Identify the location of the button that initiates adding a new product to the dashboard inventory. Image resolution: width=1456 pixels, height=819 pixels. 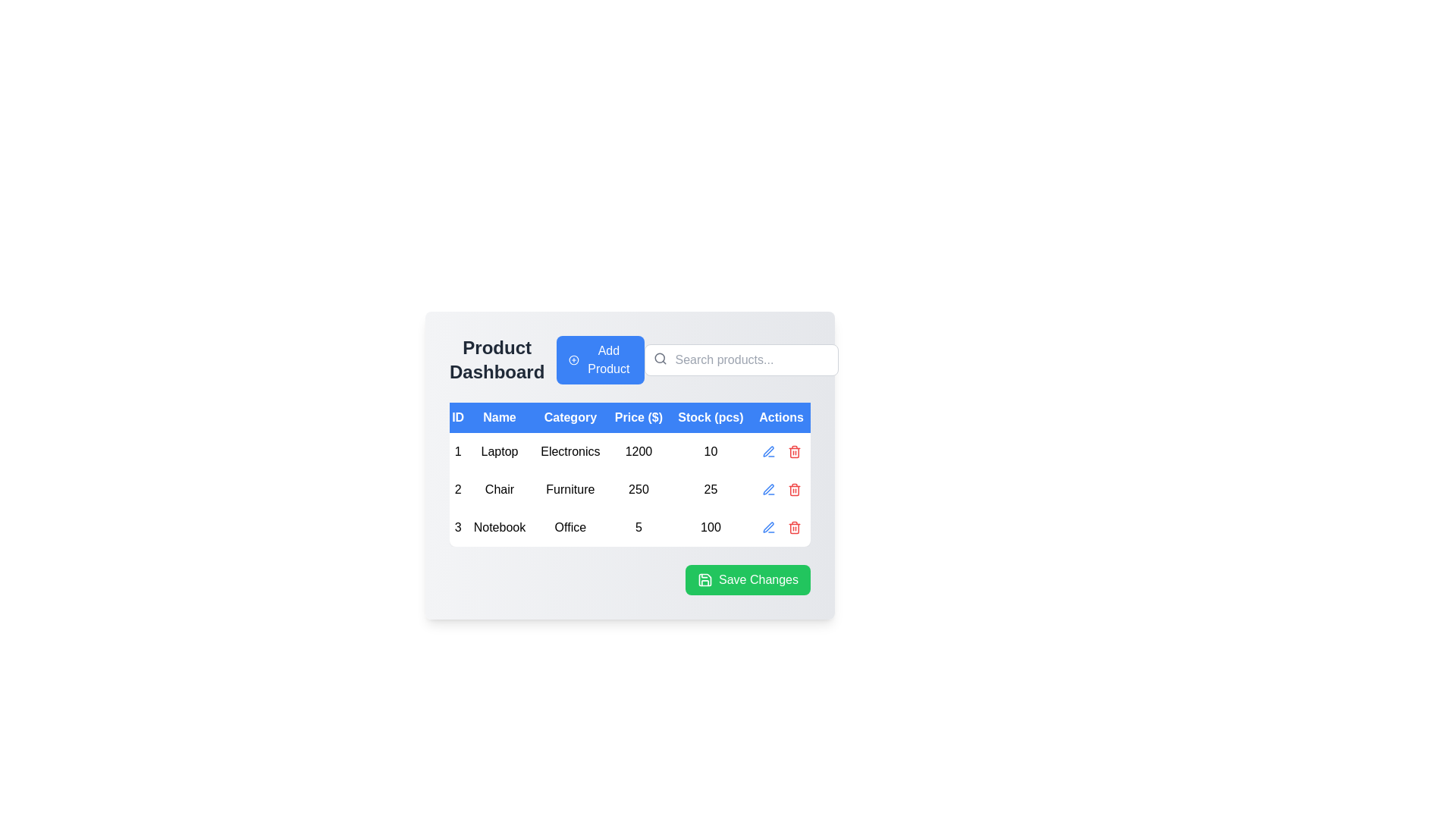
(629, 359).